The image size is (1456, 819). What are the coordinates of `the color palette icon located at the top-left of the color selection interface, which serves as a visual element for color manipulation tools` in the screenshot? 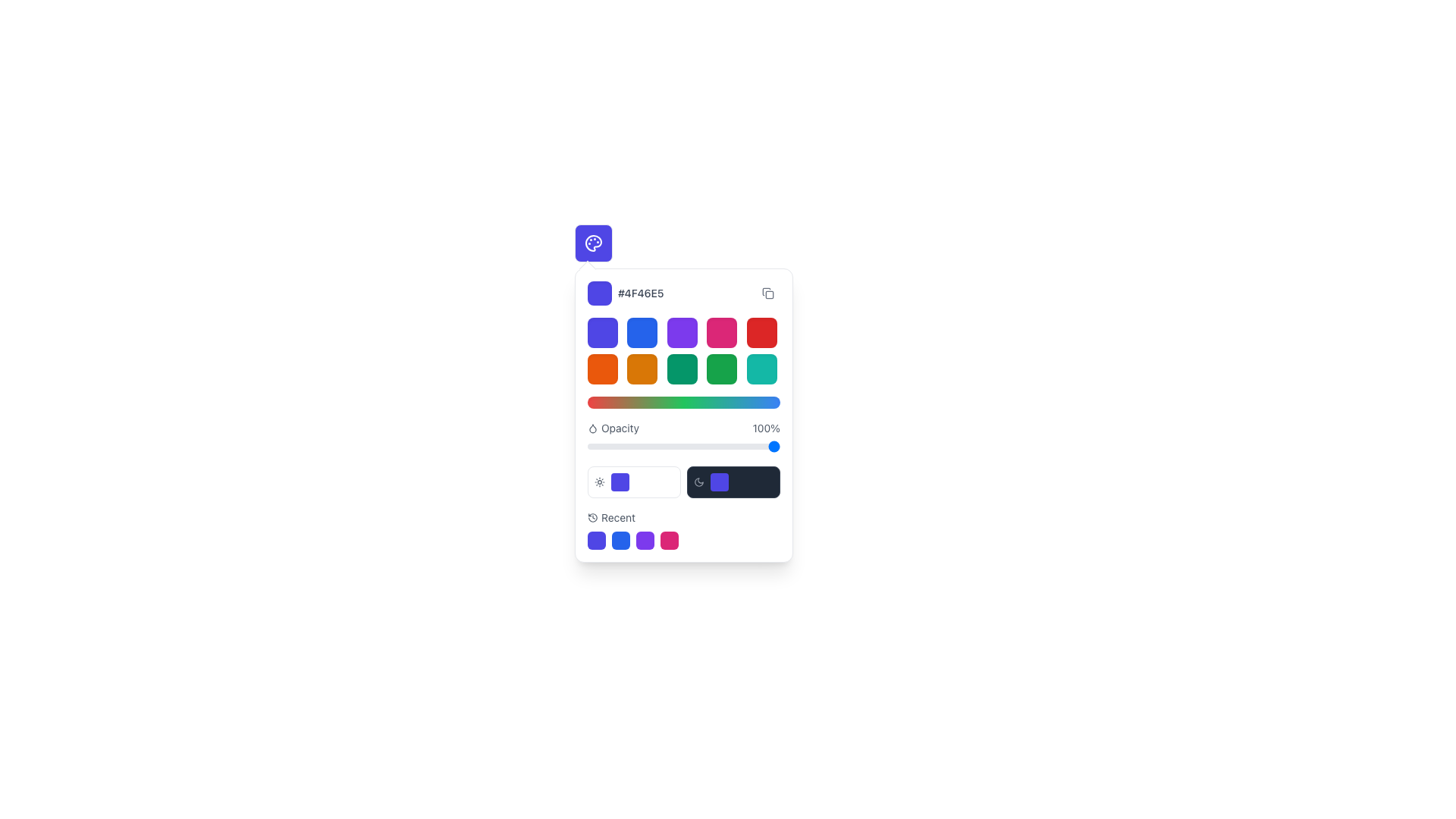 It's located at (592, 242).